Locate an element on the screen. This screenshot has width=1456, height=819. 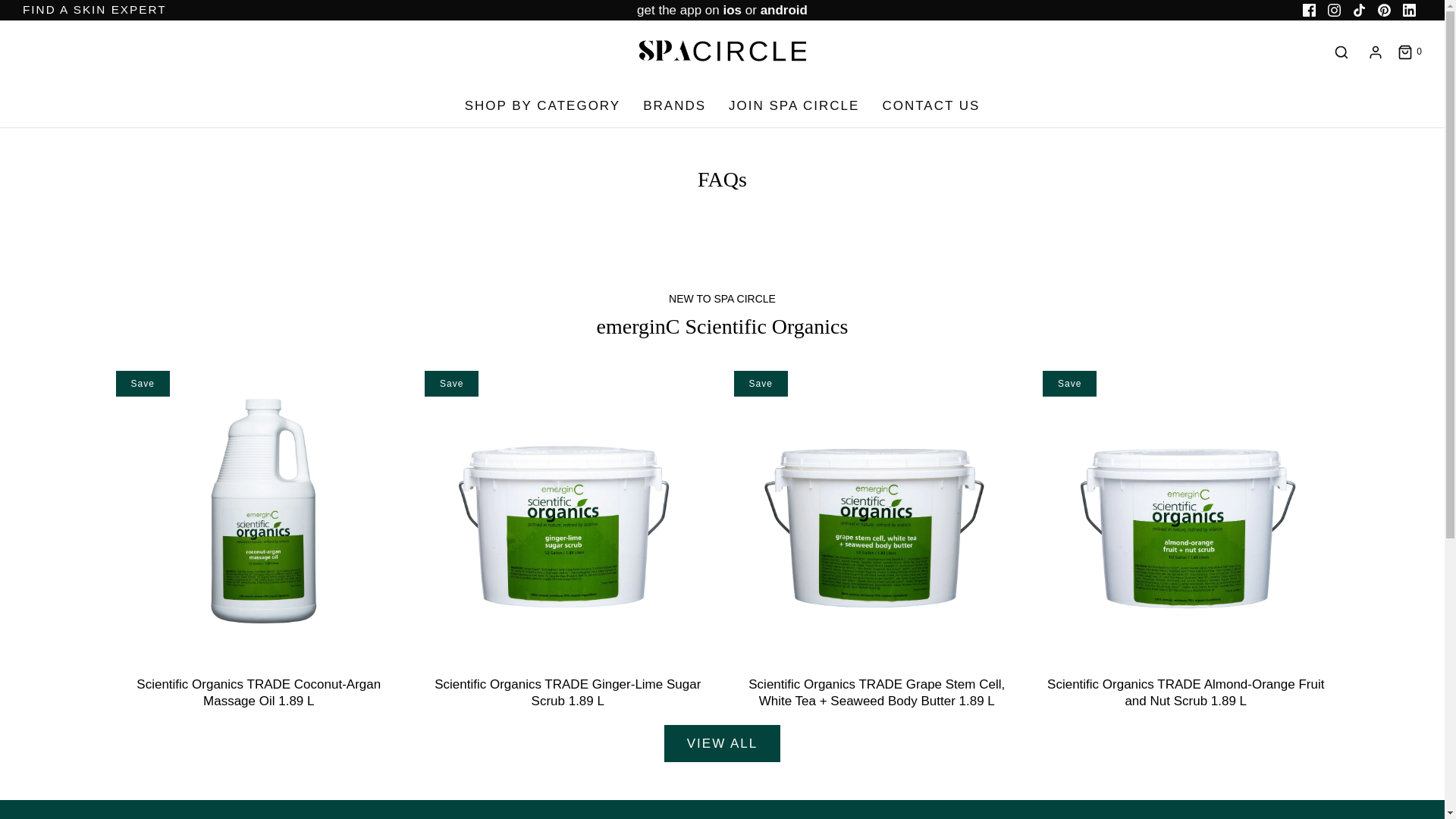
'VIEW ALL' is located at coordinates (721, 742).